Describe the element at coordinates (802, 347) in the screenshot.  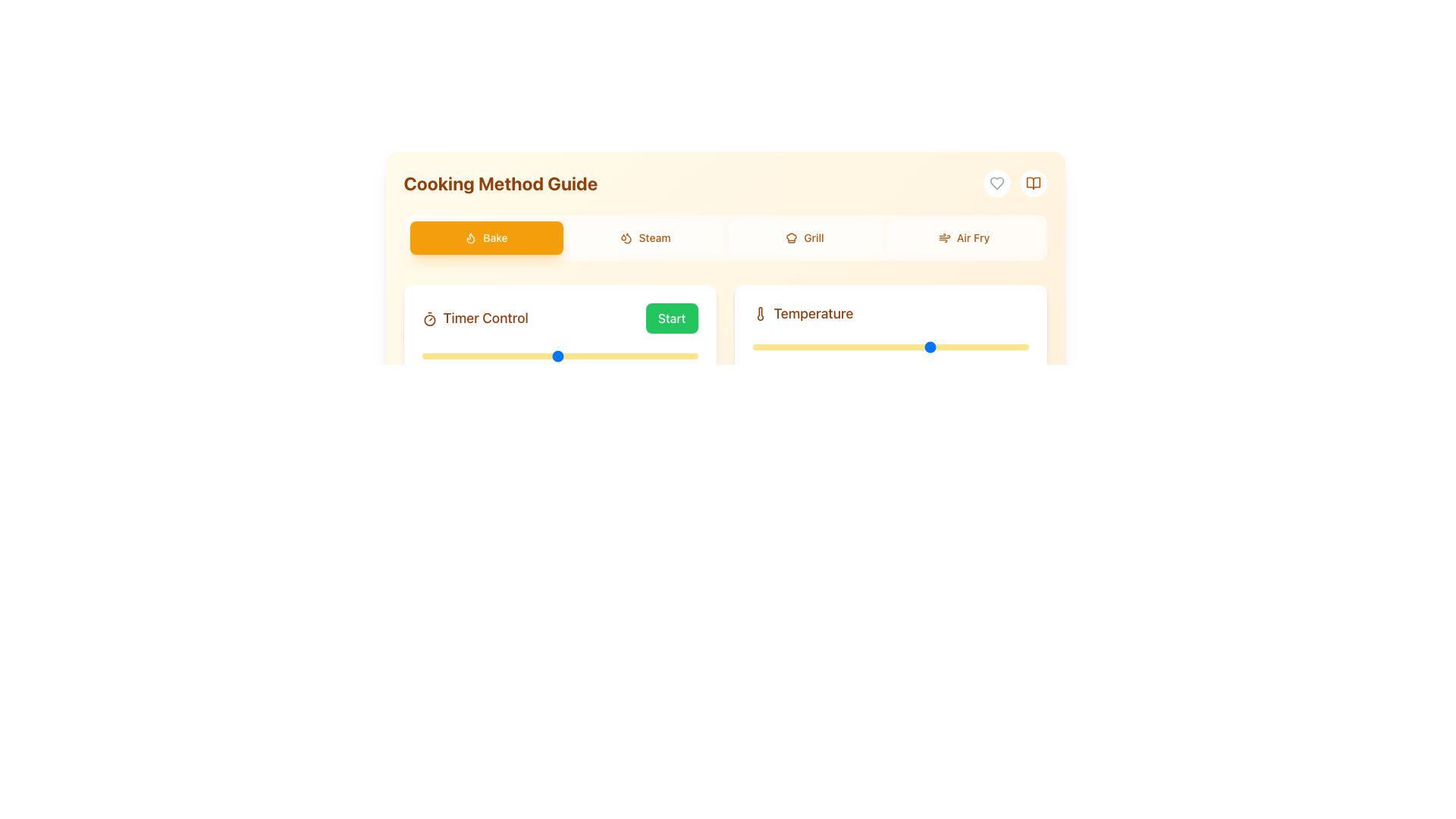
I see `the slider` at that location.